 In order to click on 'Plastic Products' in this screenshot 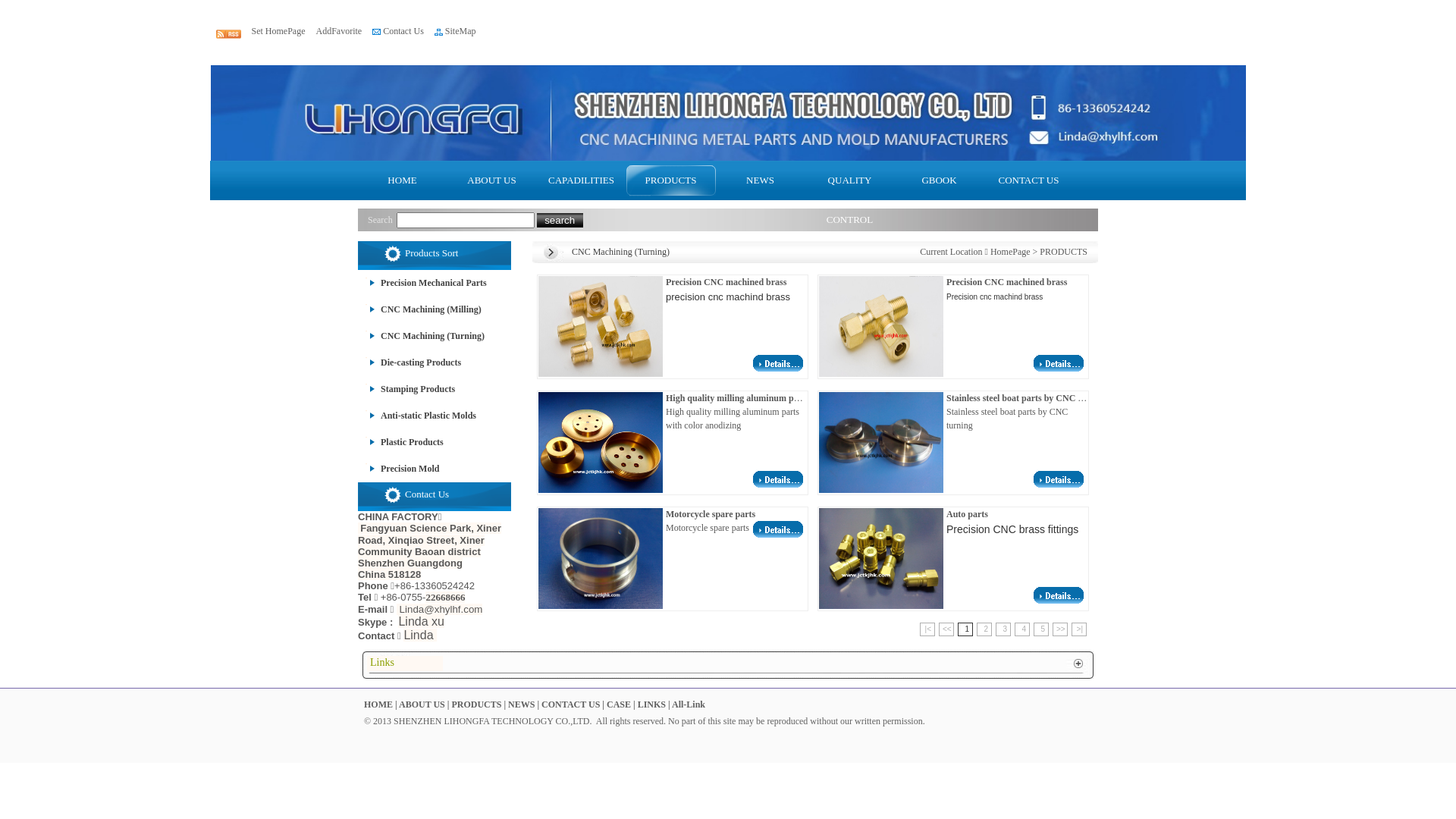, I will do `click(400, 441)`.